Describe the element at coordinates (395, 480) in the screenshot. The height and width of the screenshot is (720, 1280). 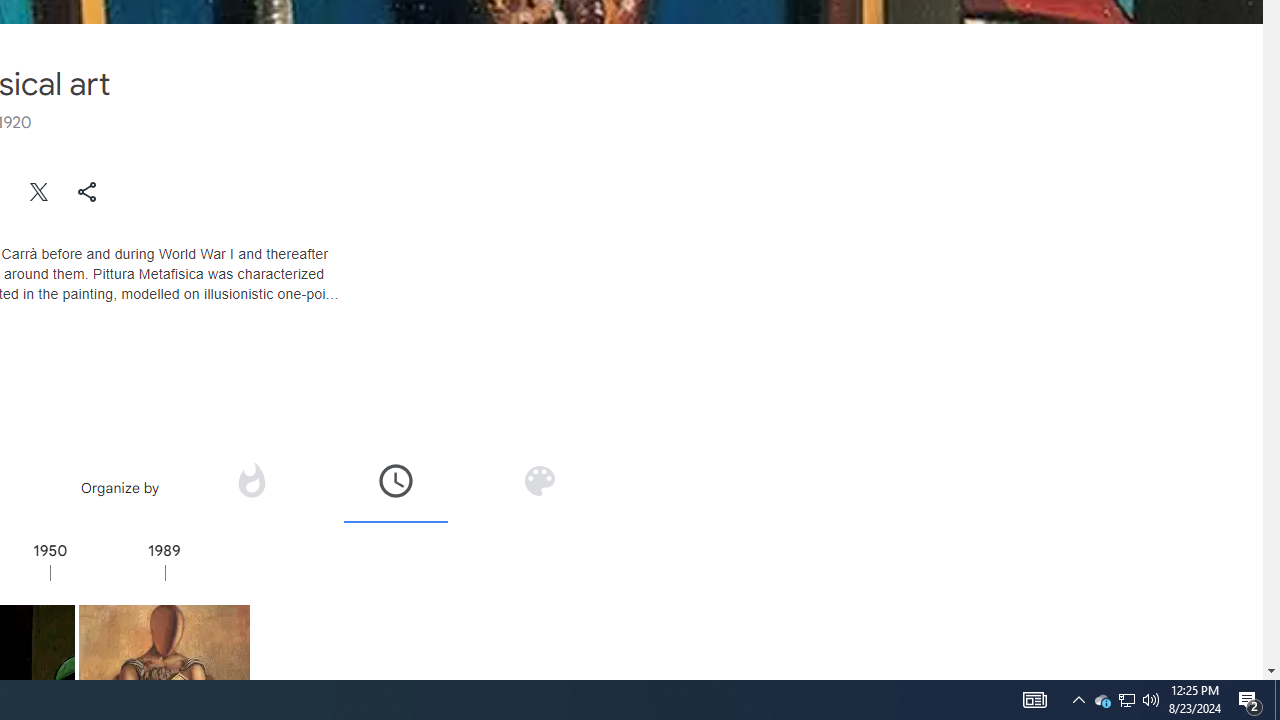
I see `'Organize by time'` at that location.